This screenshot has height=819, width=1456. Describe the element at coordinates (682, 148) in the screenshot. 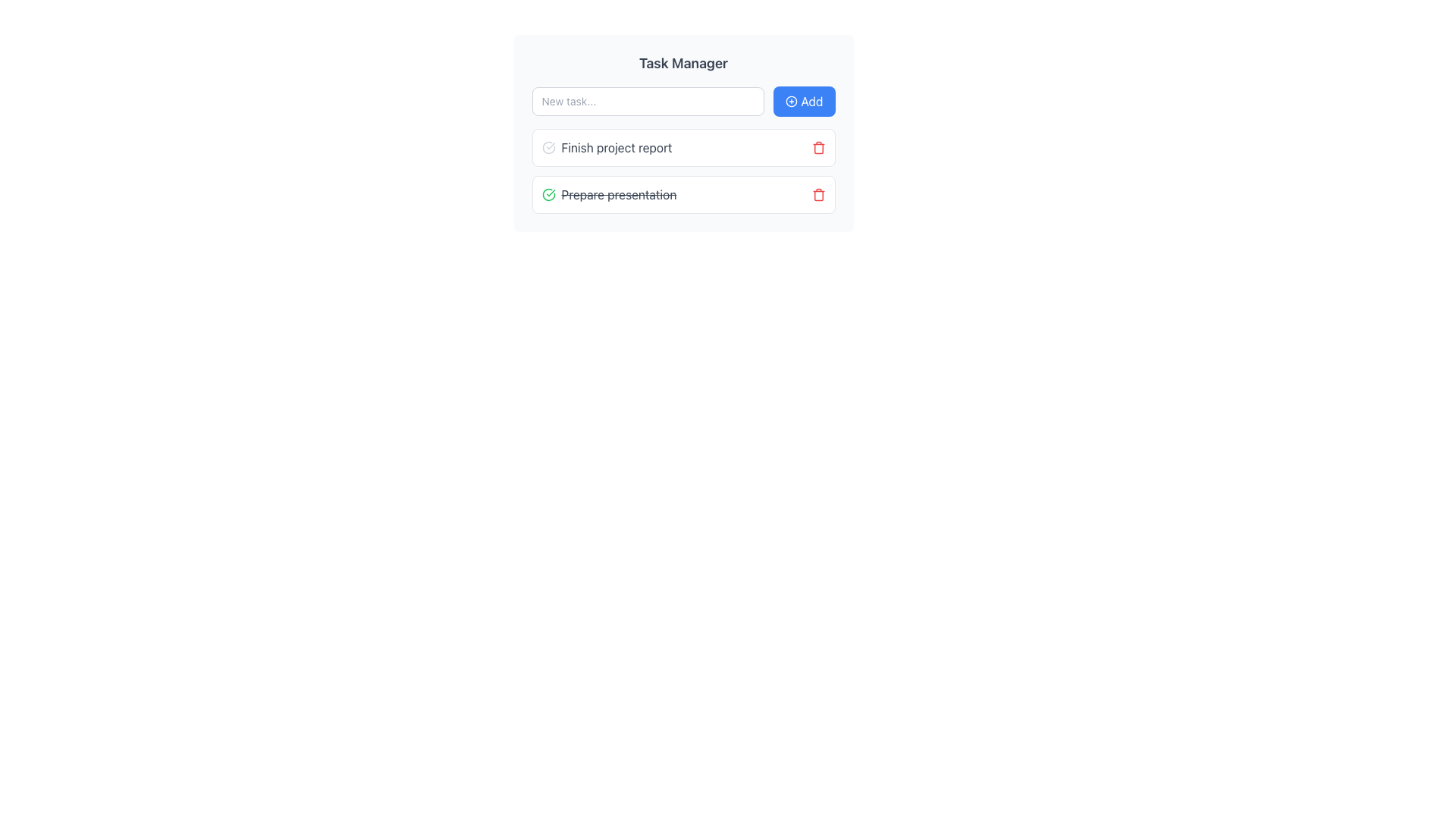

I see `the first task item in the task list under 'Task Manager'` at that location.